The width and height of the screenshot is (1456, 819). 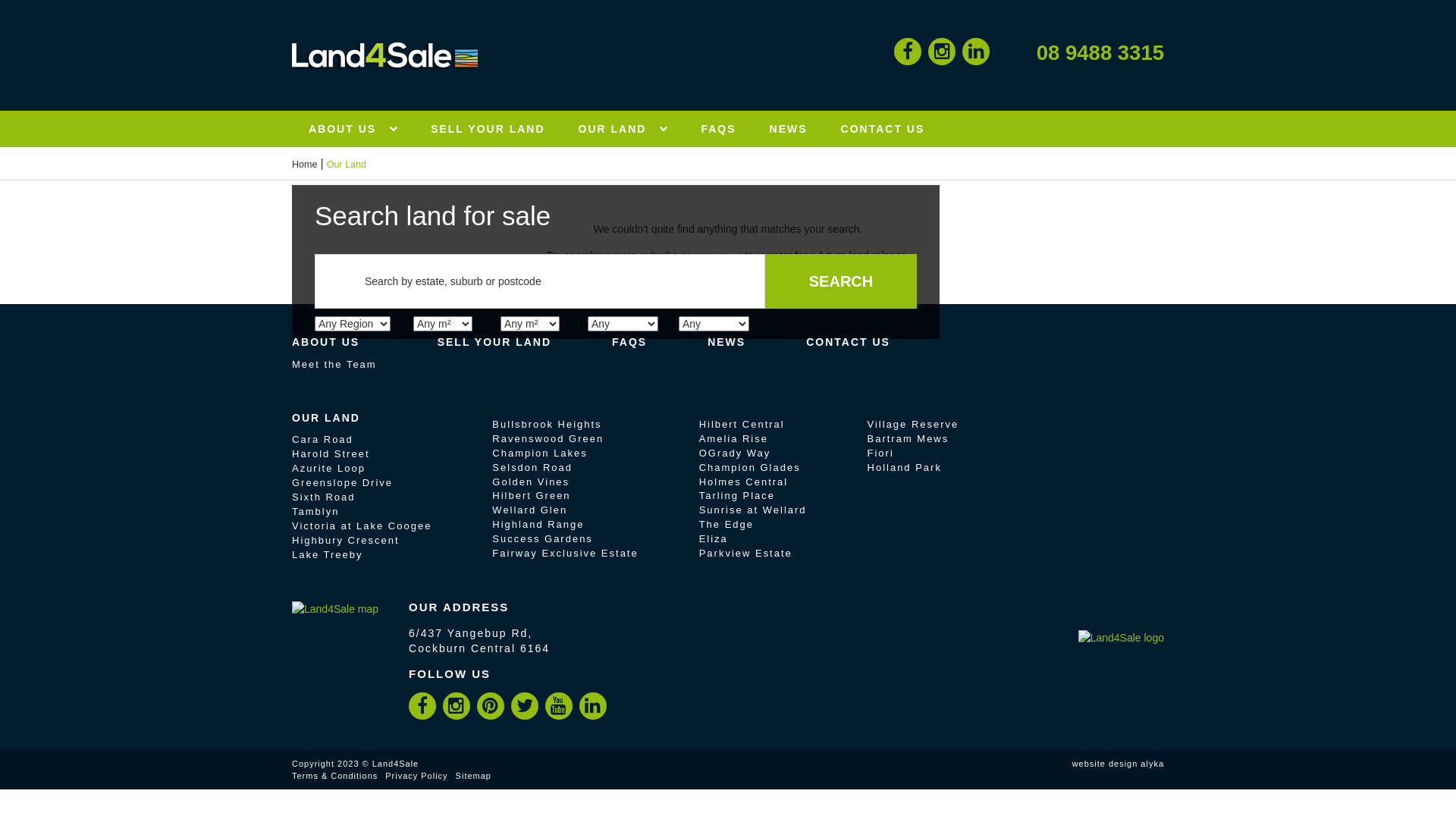 I want to click on 'Champion Lakes', so click(x=491, y=452).